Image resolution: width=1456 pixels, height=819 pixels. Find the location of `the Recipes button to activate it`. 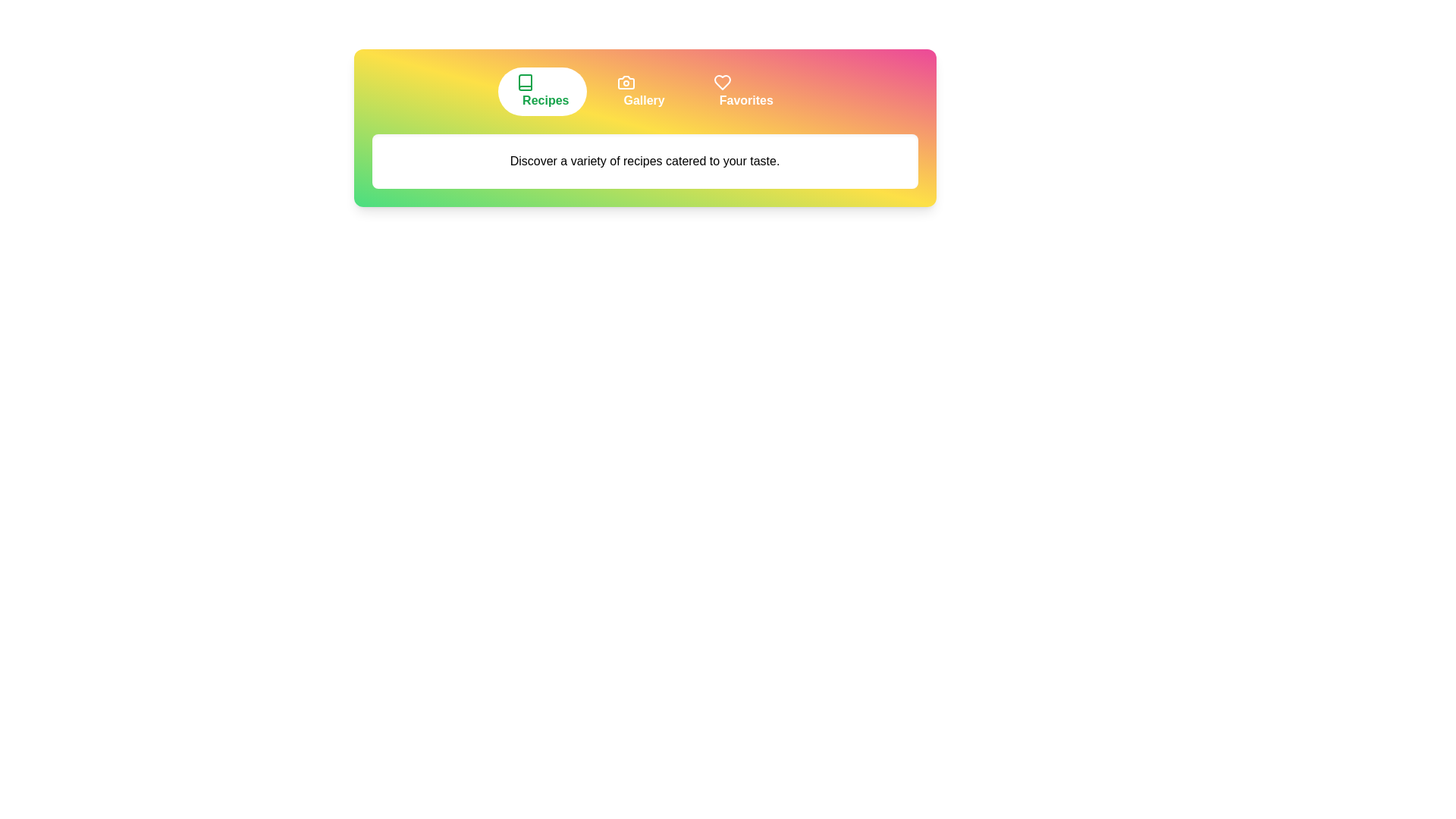

the Recipes button to activate it is located at coordinates (542, 91).